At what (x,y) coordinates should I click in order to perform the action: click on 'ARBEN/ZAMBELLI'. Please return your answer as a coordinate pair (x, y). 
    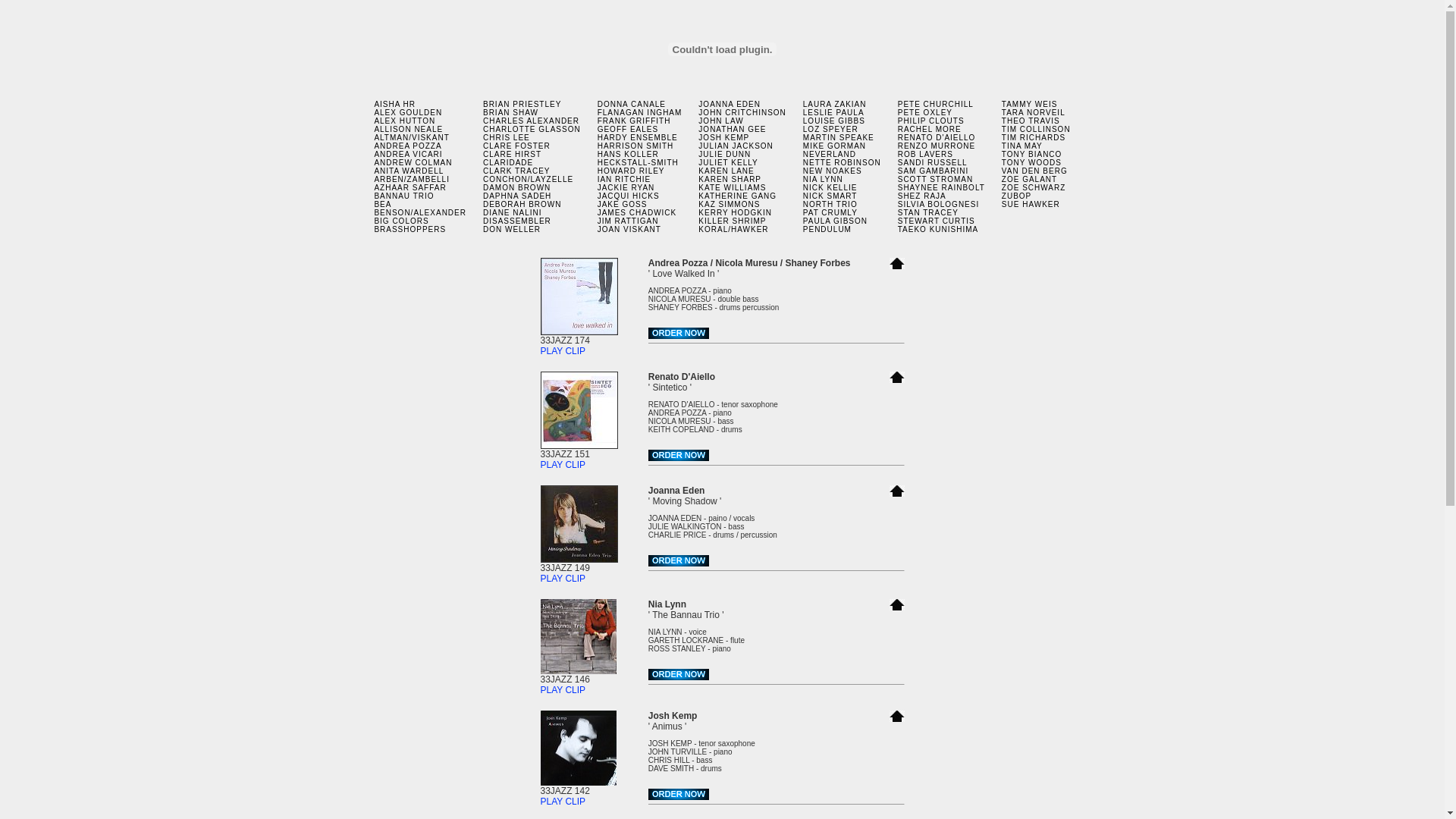
    Looking at the image, I should click on (374, 178).